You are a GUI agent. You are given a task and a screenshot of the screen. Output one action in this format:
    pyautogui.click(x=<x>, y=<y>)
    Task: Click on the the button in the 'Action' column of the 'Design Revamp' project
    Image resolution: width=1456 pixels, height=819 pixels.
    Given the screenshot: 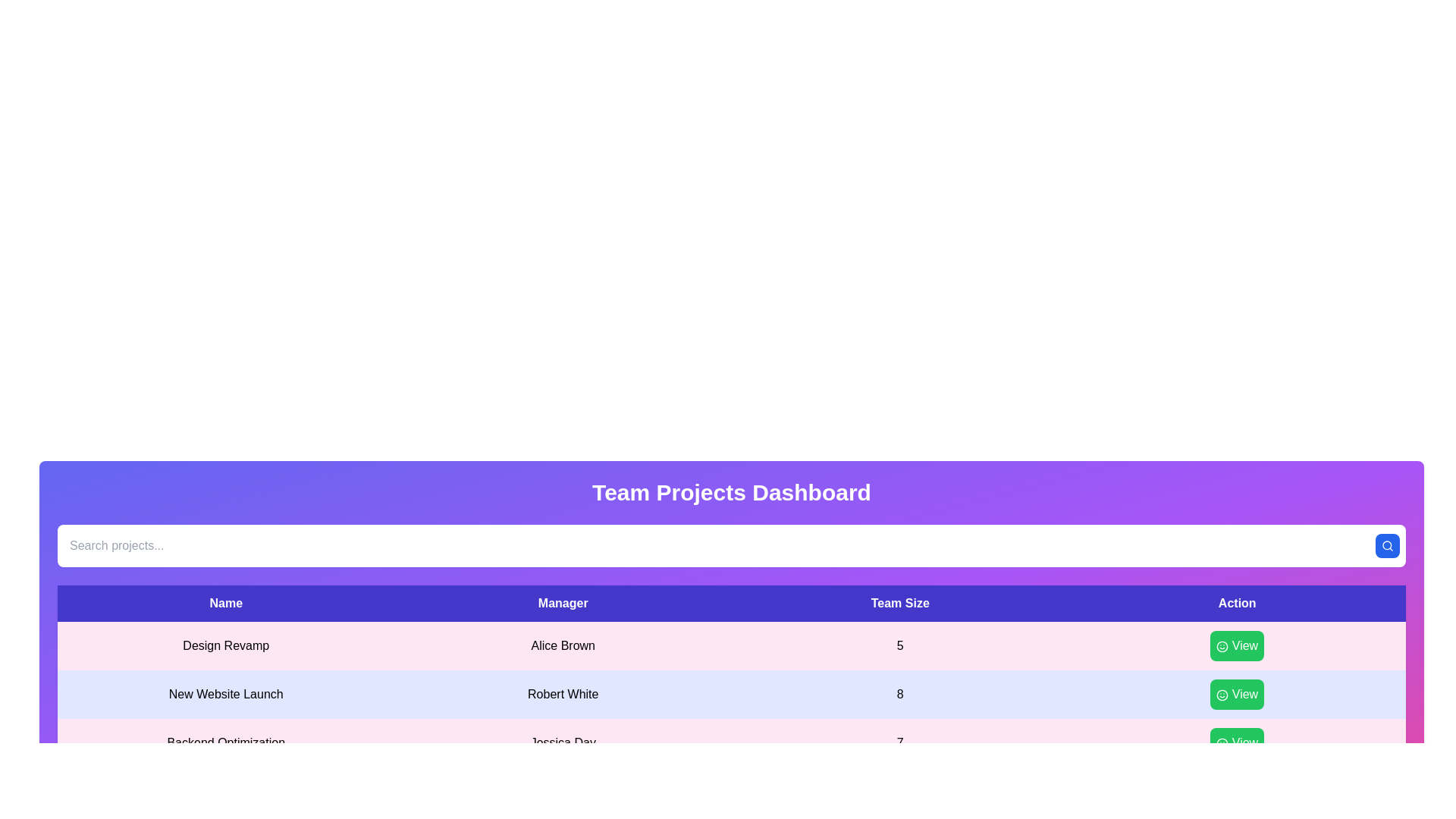 What is the action you would take?
    pyautogui.click(x=1237, y=646)
    